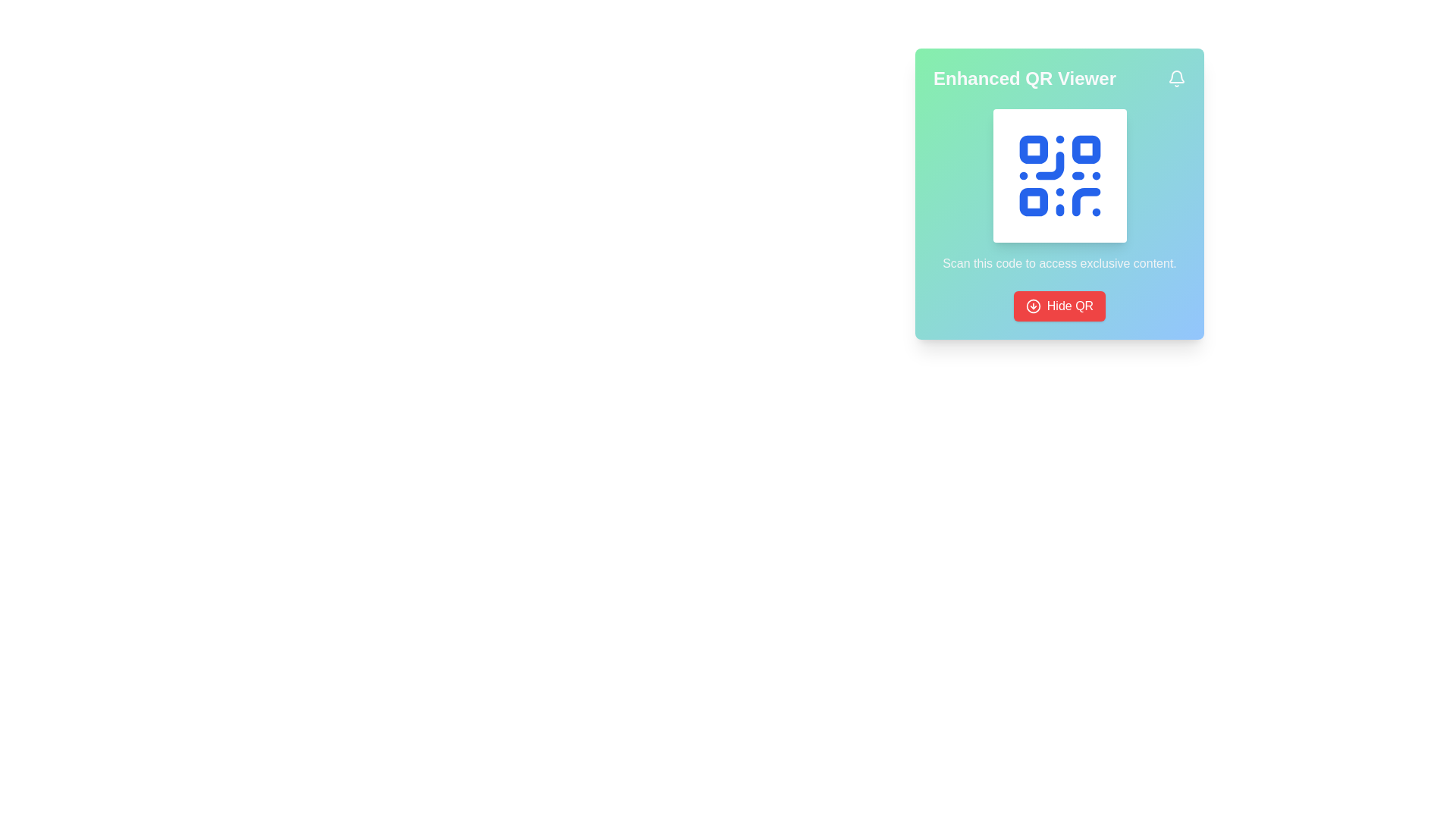  I want to click on 'Enhanced QR Viewer' text label, which is positioned at the top of the card and features a bold, large font with a notification bell icon next to it, so click(1059, 79).